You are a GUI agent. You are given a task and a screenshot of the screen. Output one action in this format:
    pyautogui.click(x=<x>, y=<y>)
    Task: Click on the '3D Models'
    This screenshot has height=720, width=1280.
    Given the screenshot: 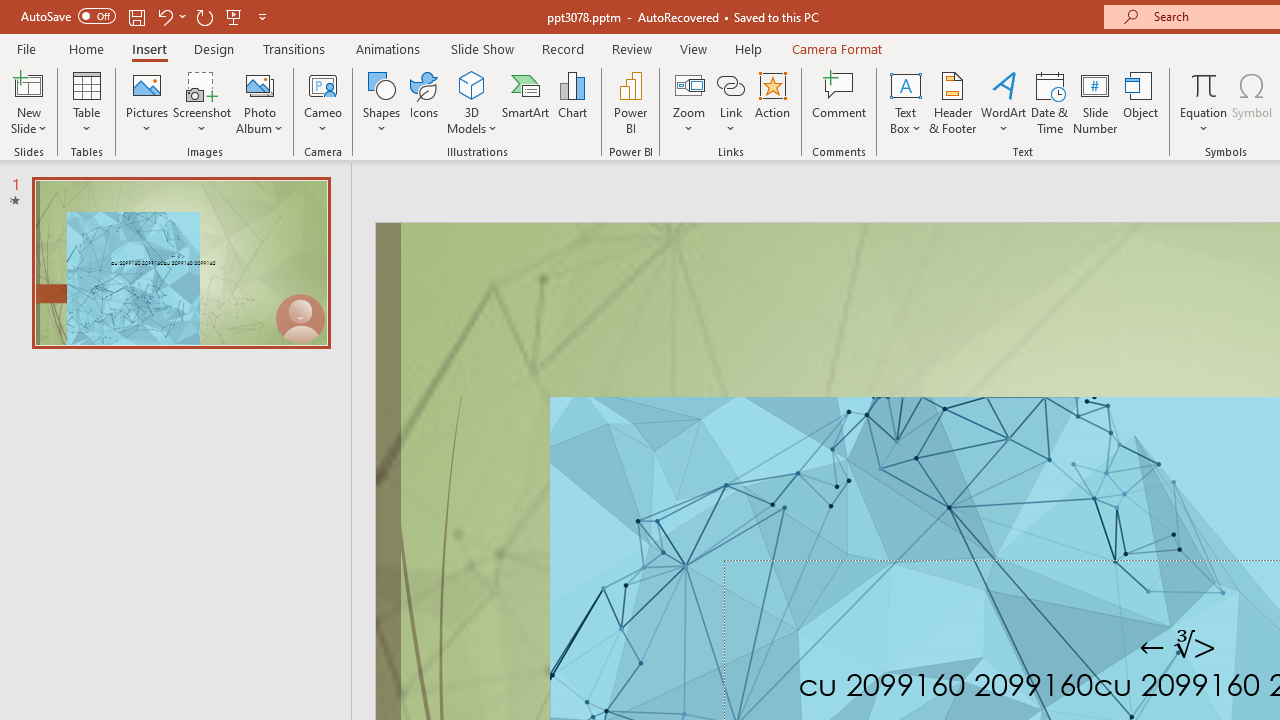 What is the action you would take?
    pyautogui.click(x=471, y=103)
    